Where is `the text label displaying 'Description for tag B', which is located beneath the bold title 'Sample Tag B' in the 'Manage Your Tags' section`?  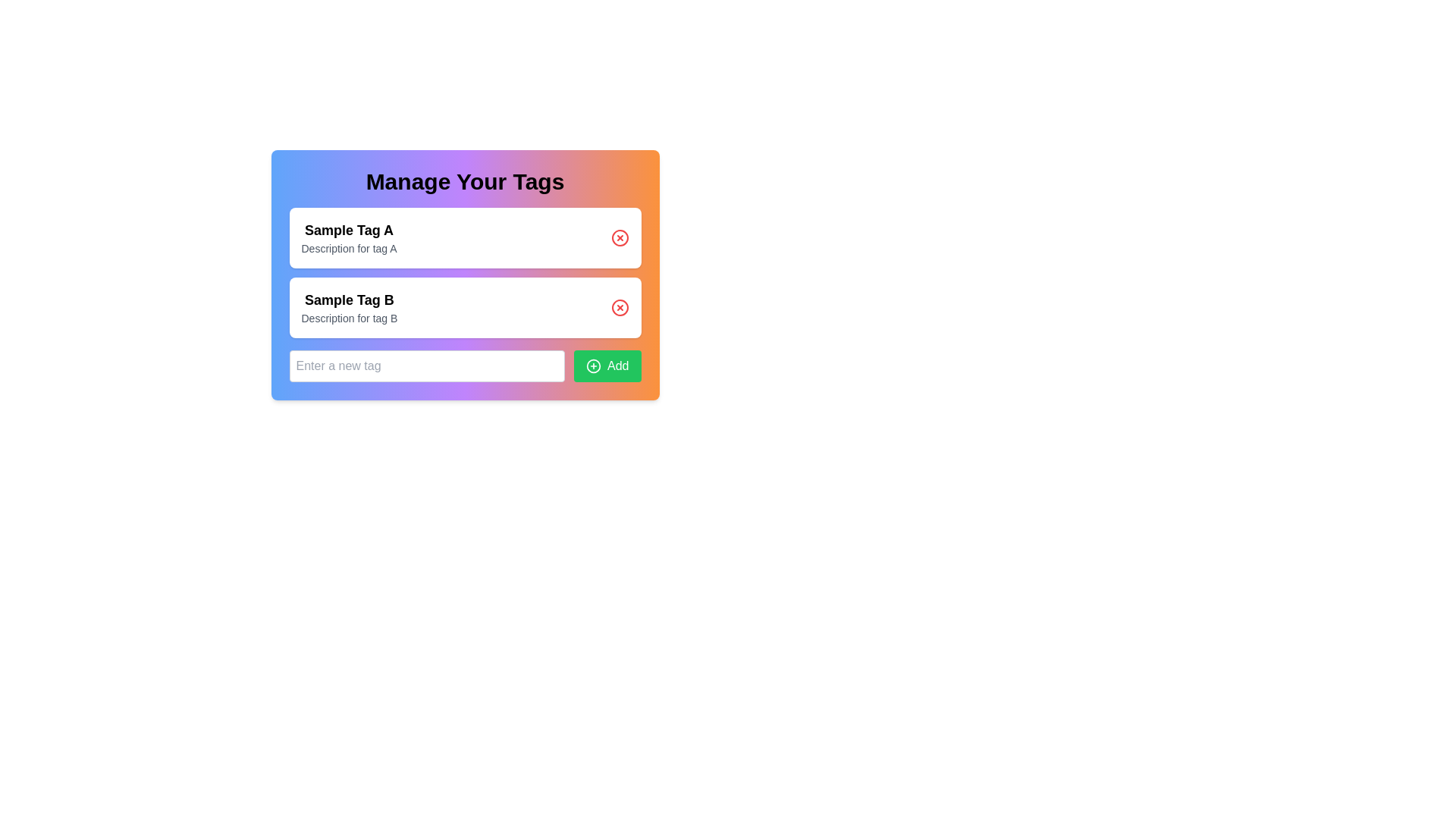 the text label displaying 'Description for tag B', which is located beneath the bold title 'Sample Tag B' in the 'Manage Your Tags' section is located at coordinates (348, 318).